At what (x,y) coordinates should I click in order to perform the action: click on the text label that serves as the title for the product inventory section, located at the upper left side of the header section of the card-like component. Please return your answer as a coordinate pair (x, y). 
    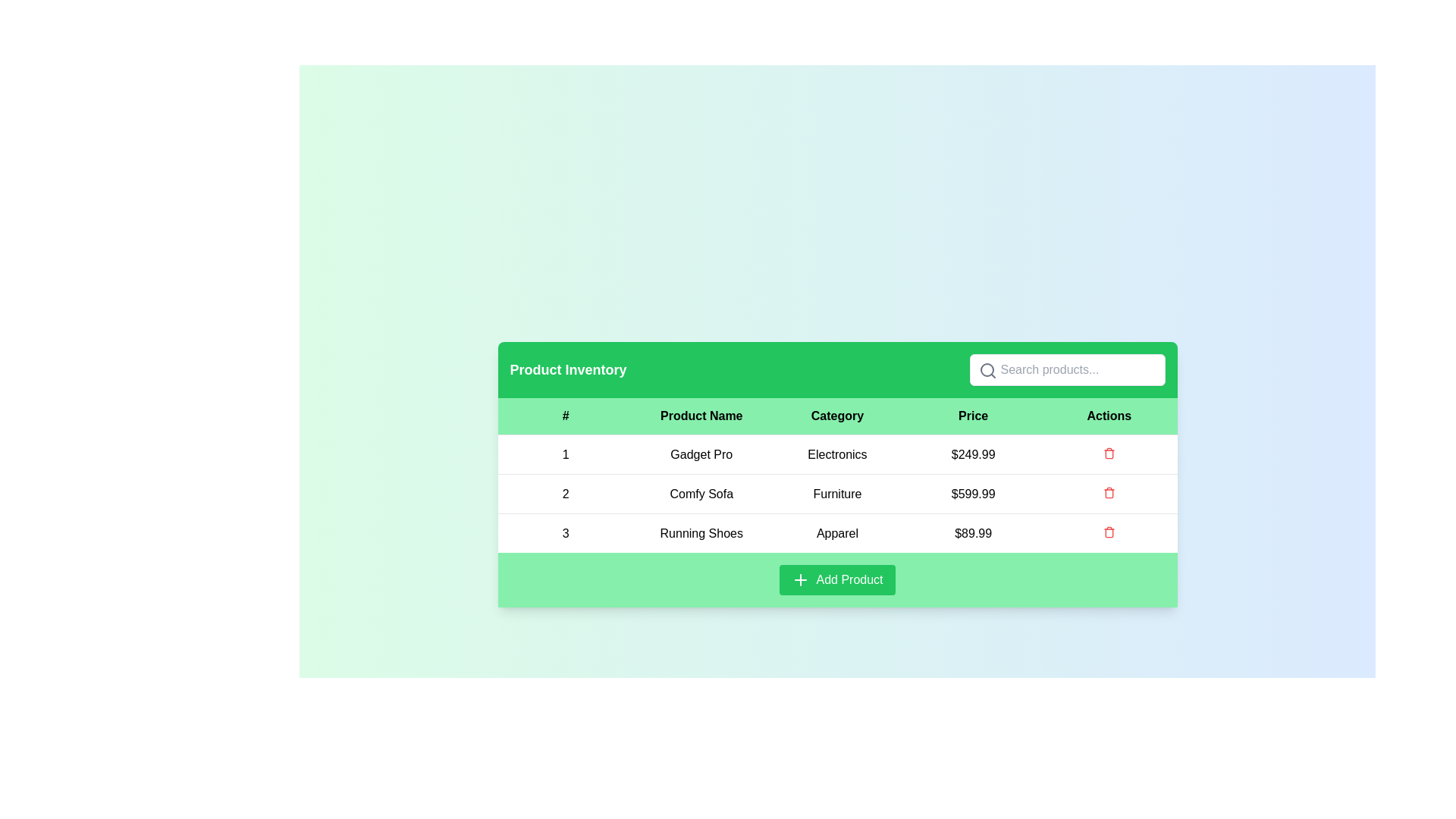
    Looking at the image, I should click on (567, 370).